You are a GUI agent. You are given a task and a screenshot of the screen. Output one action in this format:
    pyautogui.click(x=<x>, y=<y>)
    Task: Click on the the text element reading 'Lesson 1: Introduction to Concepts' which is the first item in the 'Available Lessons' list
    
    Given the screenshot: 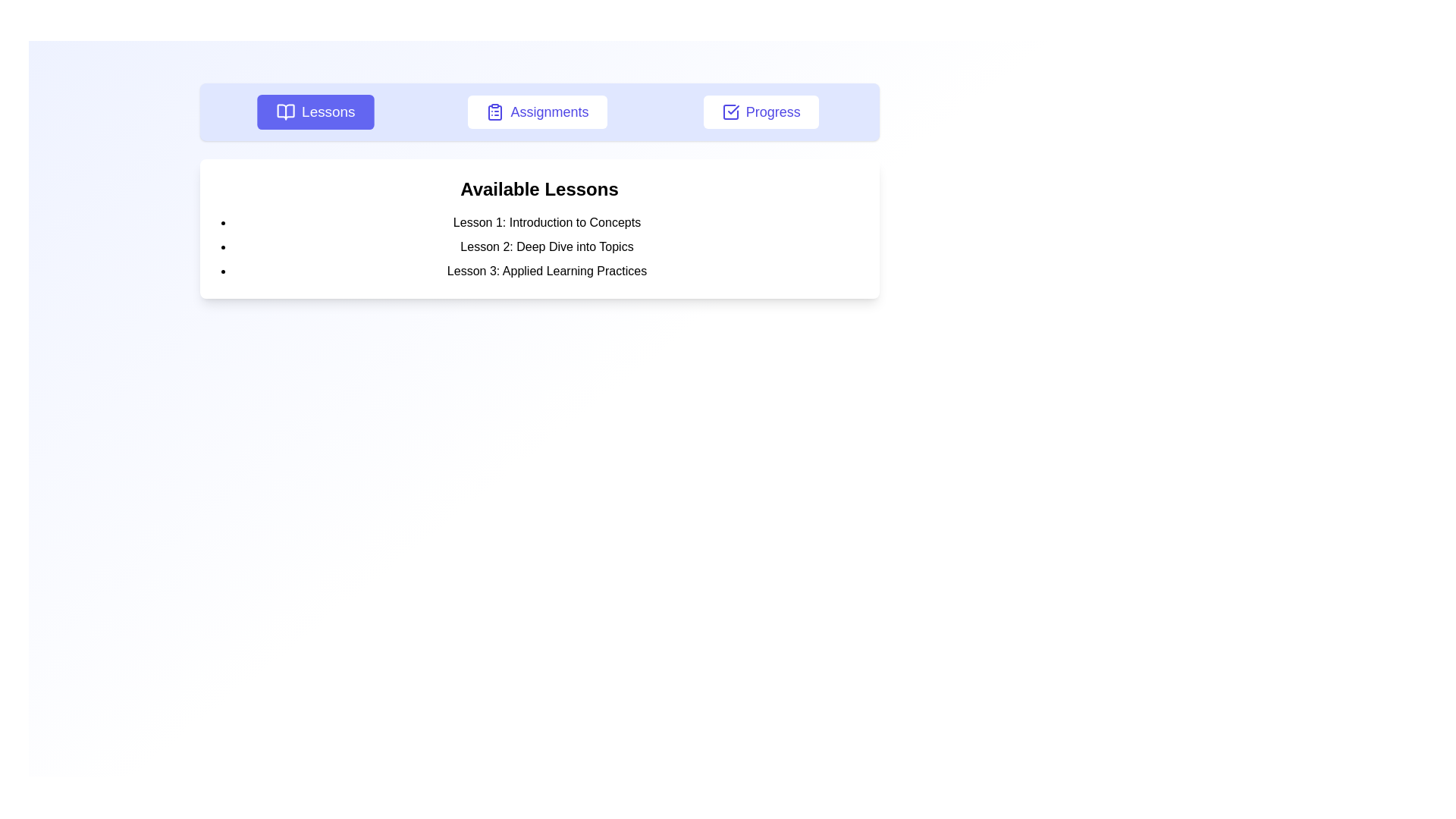 What is the action you would take?
    pyautogui.click(x=546, y=222)
    